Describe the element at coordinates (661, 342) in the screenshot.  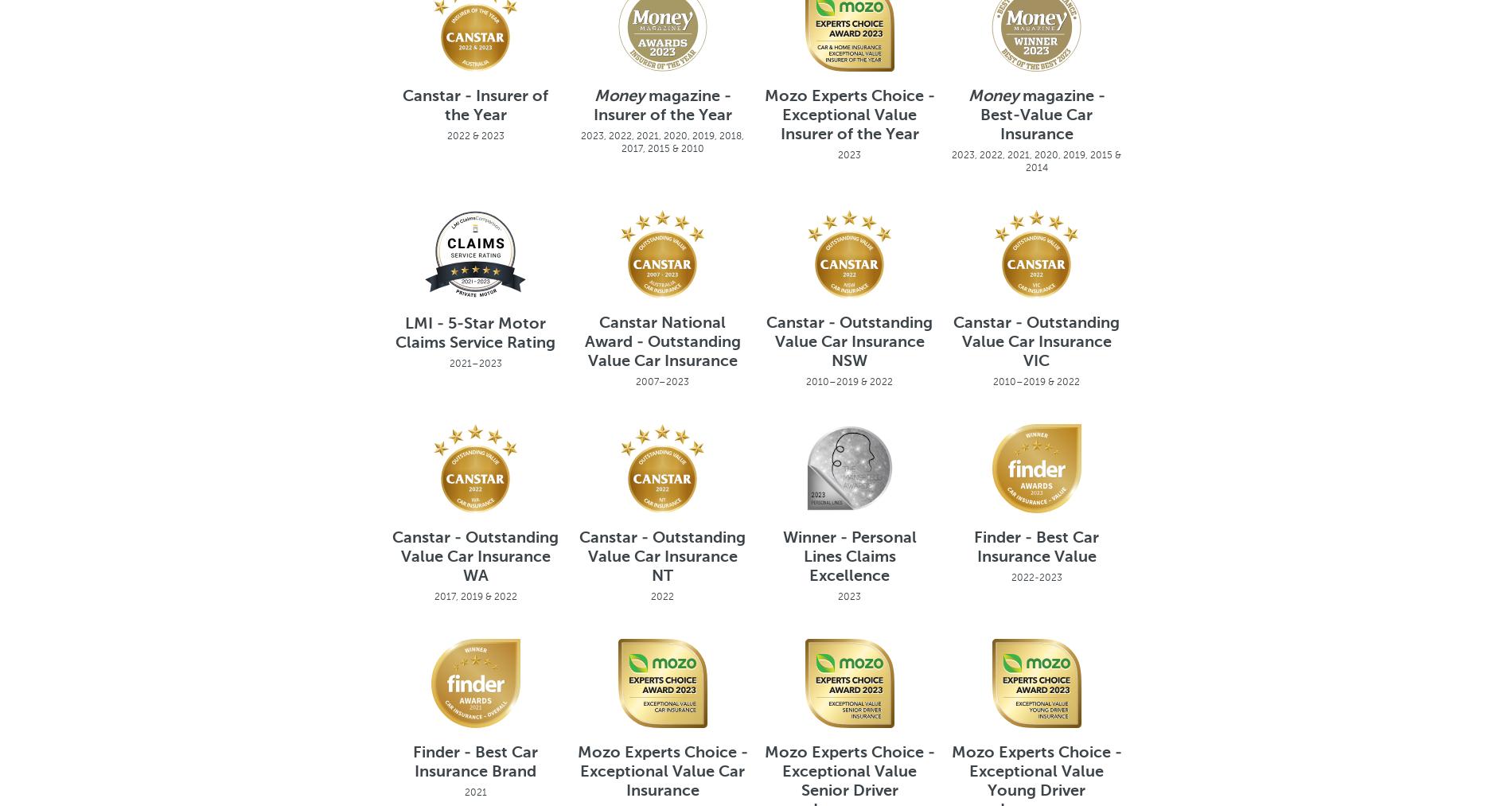
I see `'Canstar National Award - Outstanding Value Car Insurance'` at that location.